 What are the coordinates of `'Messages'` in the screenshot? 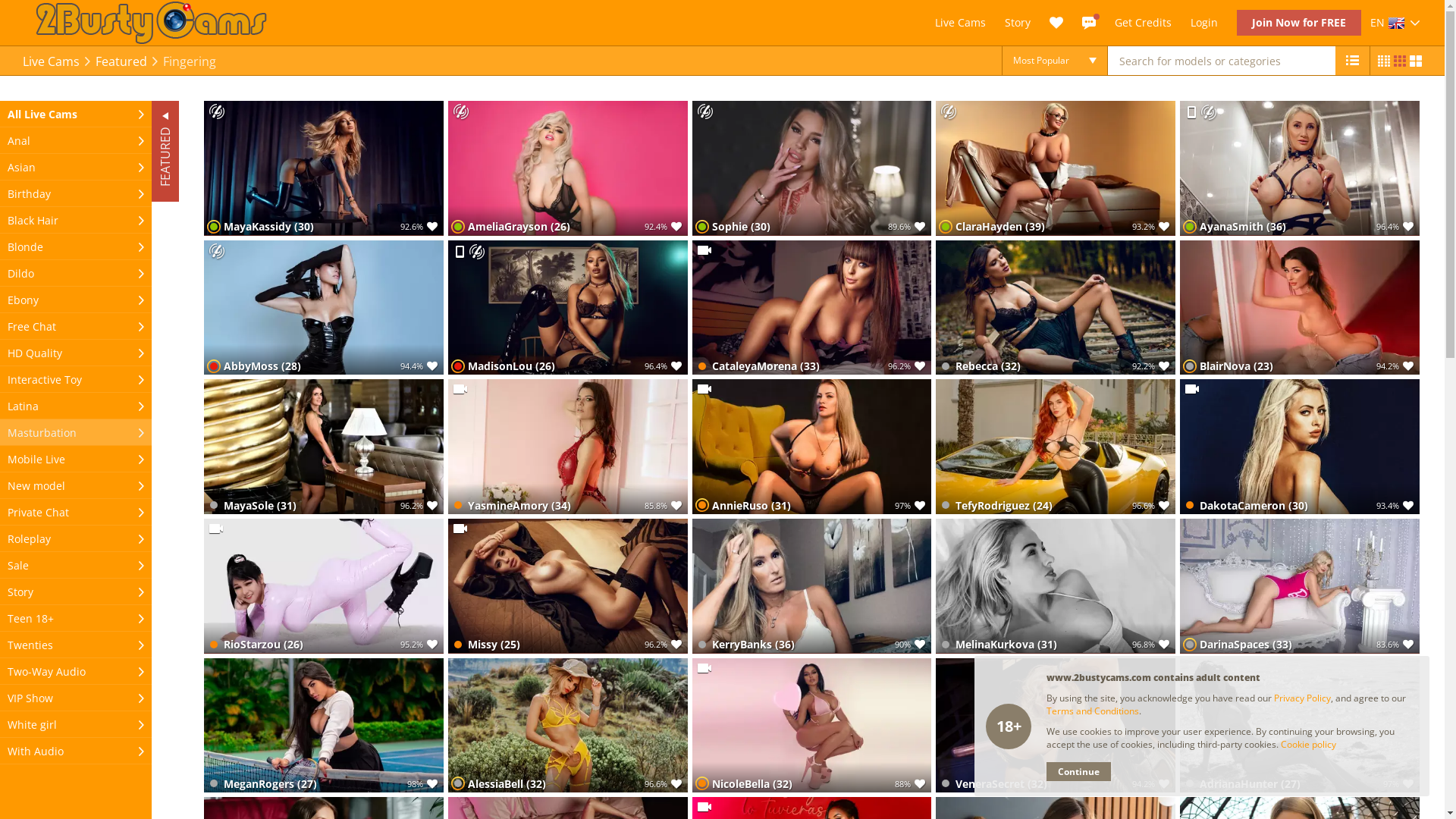 It's located at (1087, 23).